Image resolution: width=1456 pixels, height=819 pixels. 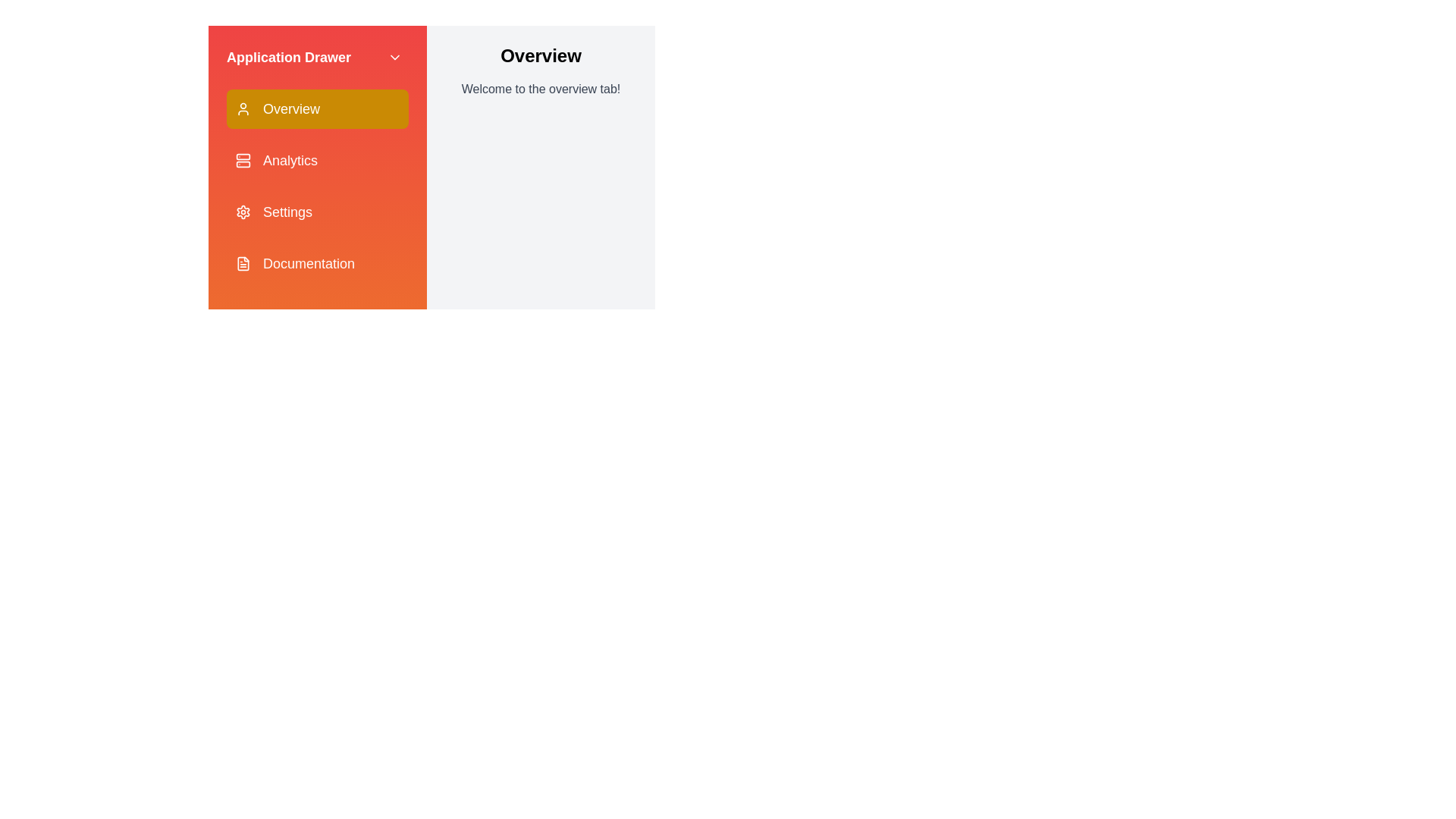 I want to click on the Menu button to reopen the drawer, so click(x=425, y=26).